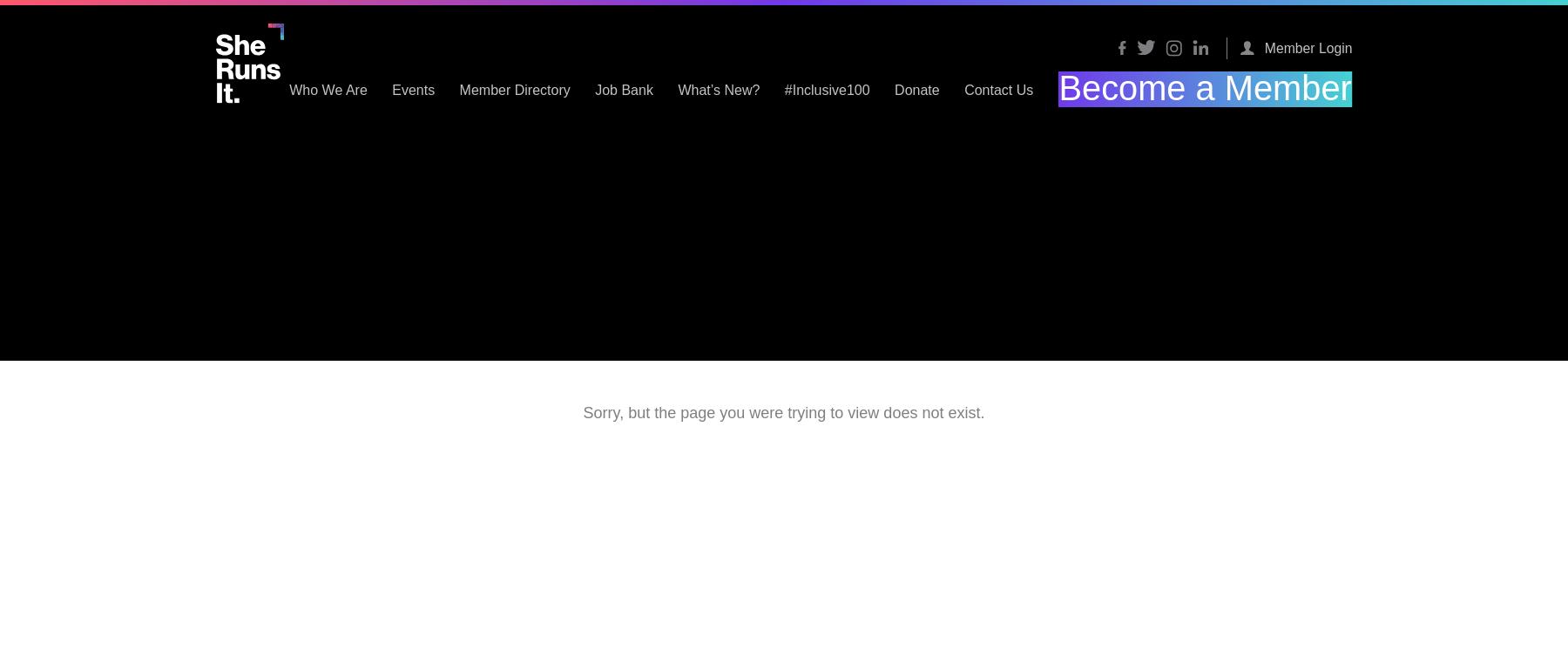  What do you see at coordinates (963, 89) in the screenshot?
I see `'#Inclusive100'` at bounding box center [963, 89].